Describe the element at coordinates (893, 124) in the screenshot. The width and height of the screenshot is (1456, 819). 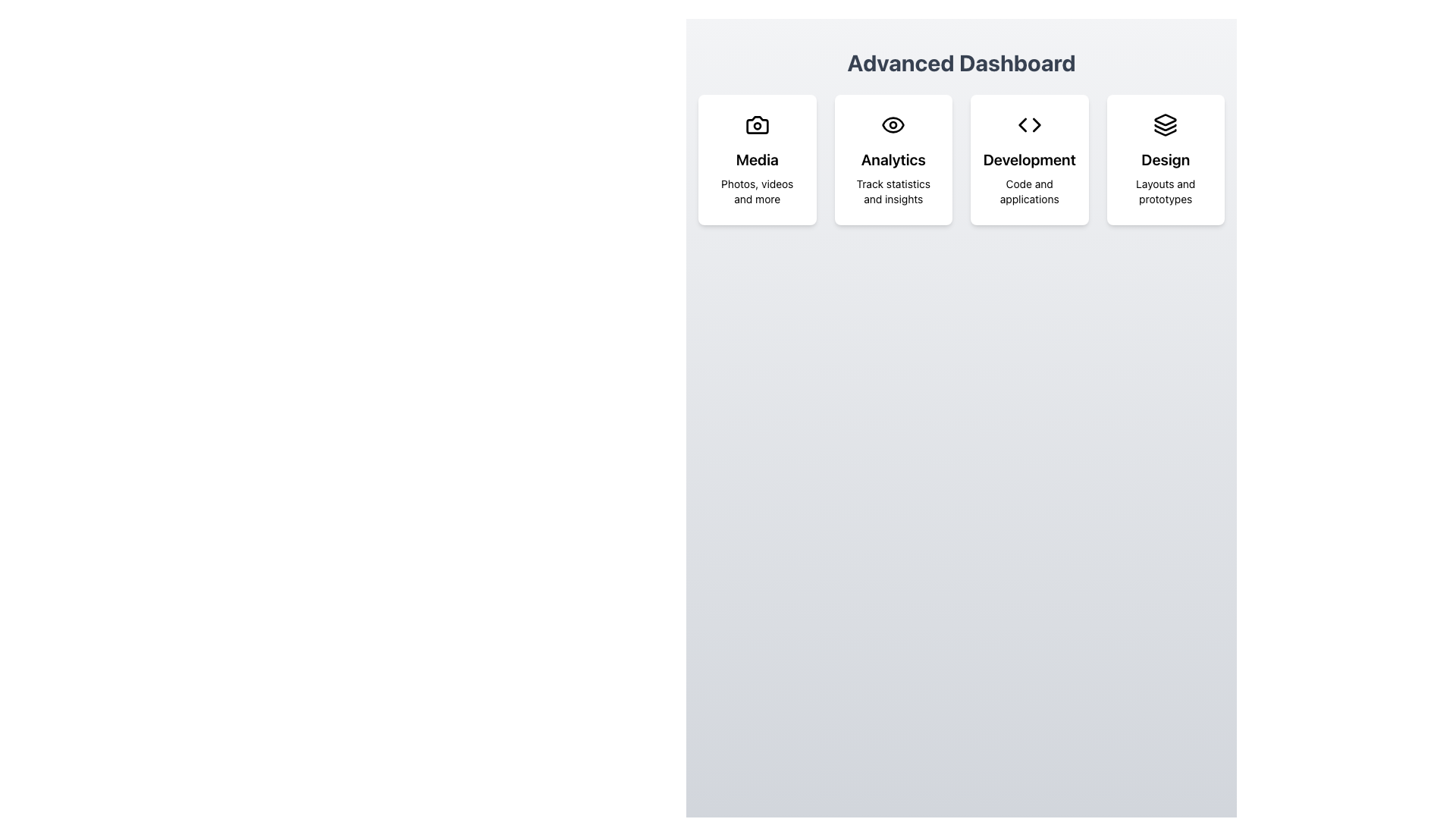
I see `the eye icon located at the upper central region of the 'Analytics' card, which is the second card from the left in a row of four cards` at that location.